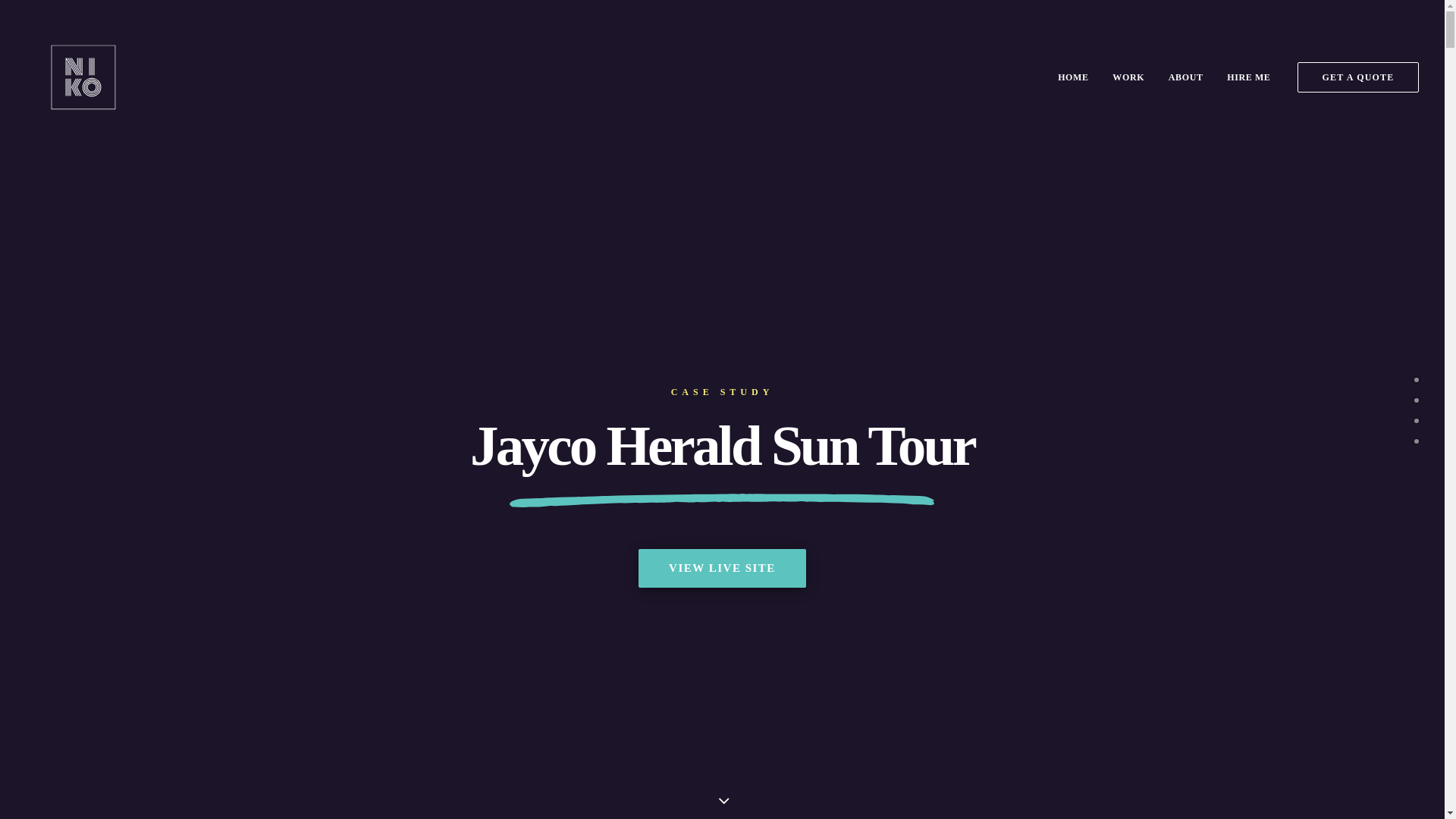  I want to click on 'GET A QUOTE', so click(1357, 77).